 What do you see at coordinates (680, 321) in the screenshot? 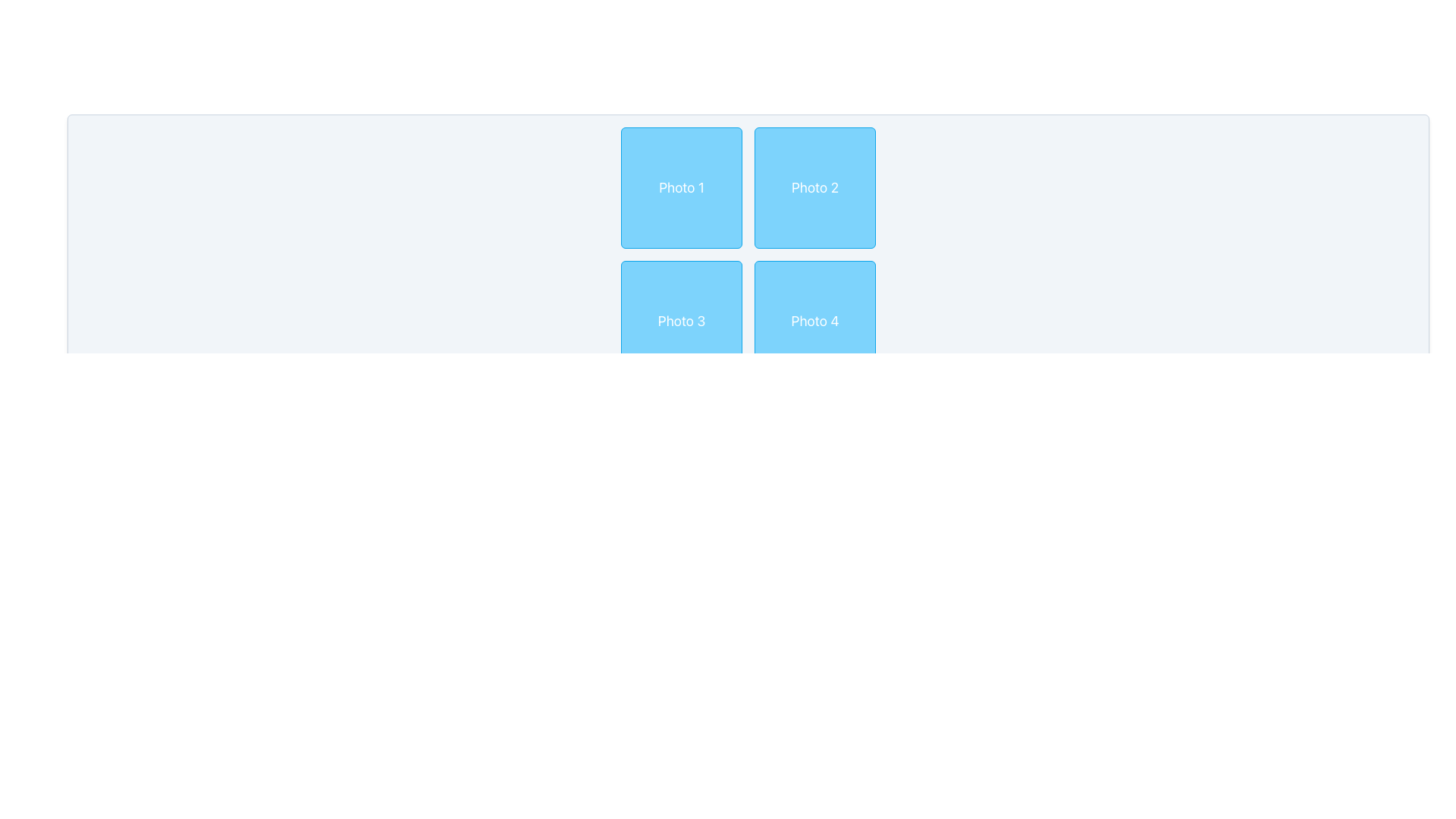
I see `the static label or tile located in the second row and first column of the grid structure, which serves as a visual identifier` at bounding box center [680, 321].